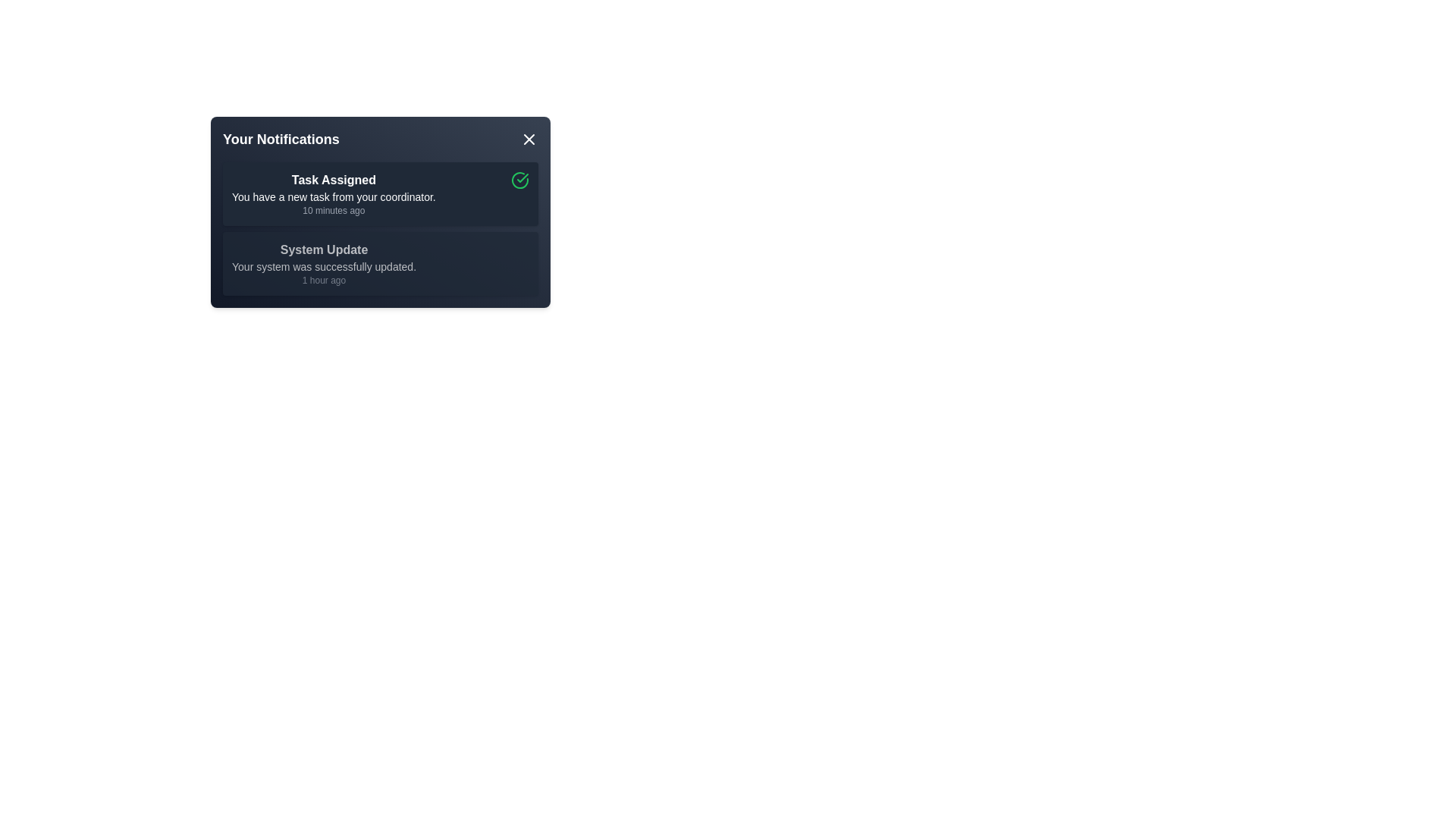 The width and height of the screenshot is (1456, 819). I want to click on update details from the notification block that displays information about a recent system update, located directly below the 'Task Assigned' notification in the popup, so click(381, 262).